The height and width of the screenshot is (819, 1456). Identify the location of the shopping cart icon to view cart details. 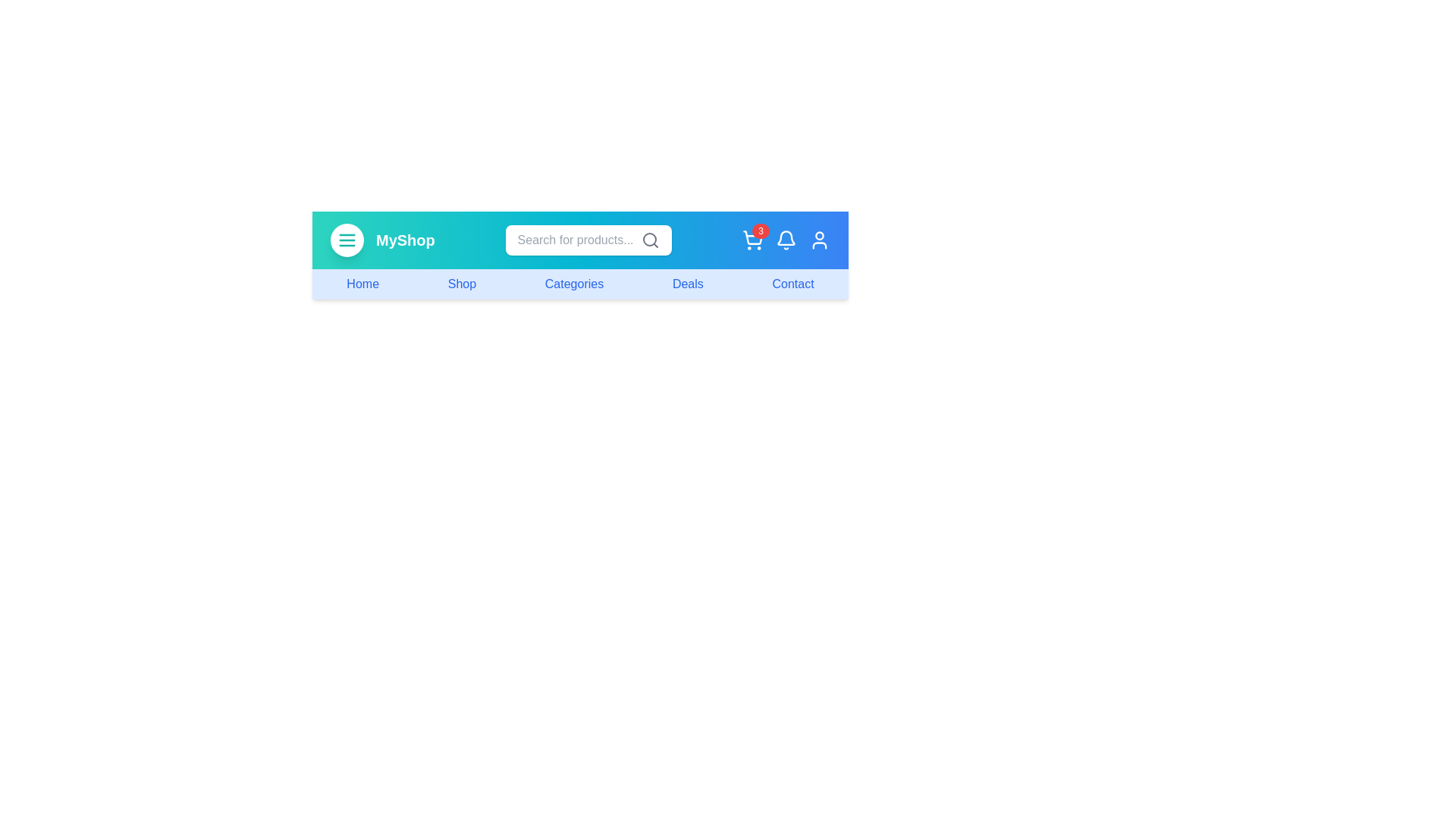
(753, 239).